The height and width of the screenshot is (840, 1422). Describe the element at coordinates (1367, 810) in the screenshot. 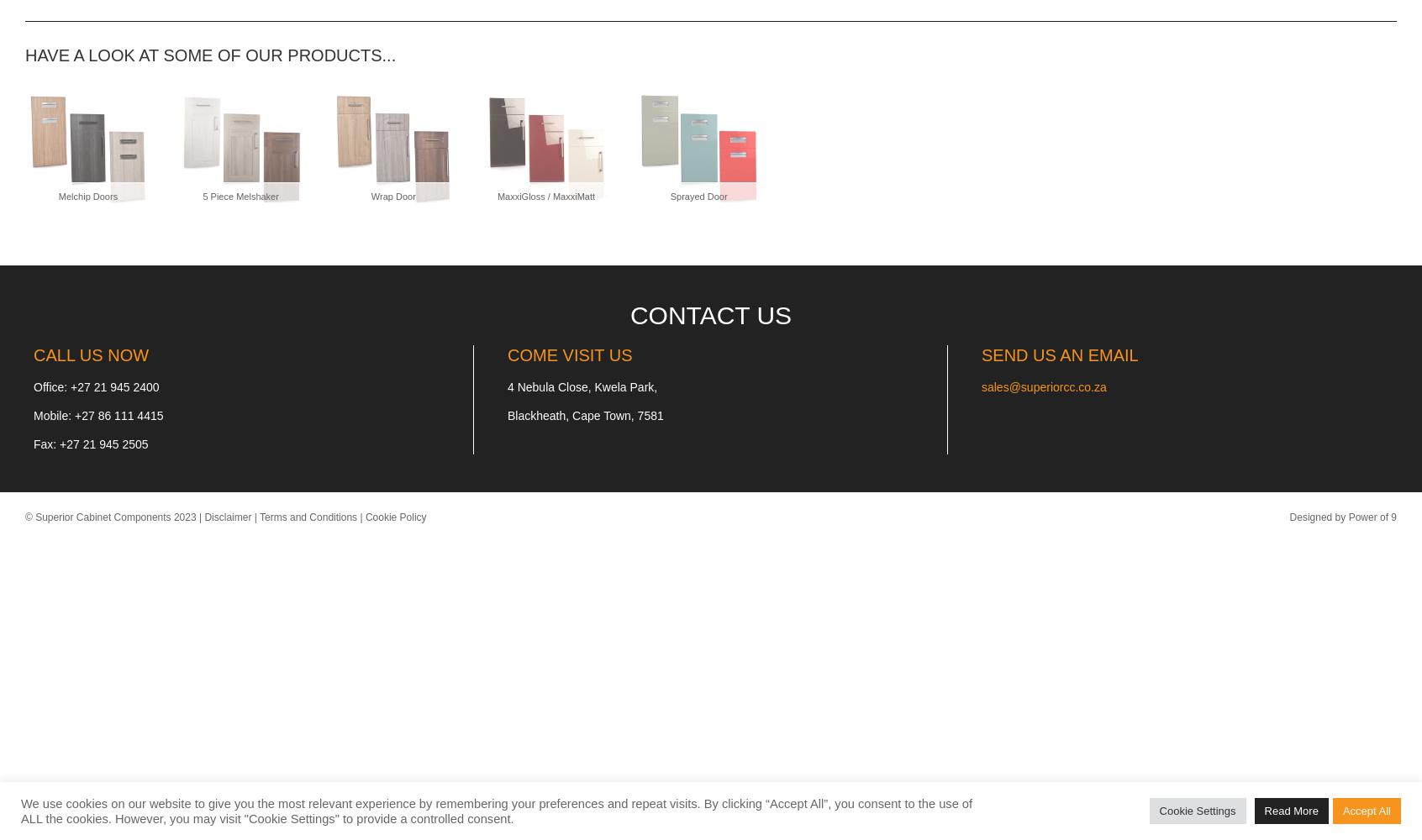

I see `'Accept All'` at that location.